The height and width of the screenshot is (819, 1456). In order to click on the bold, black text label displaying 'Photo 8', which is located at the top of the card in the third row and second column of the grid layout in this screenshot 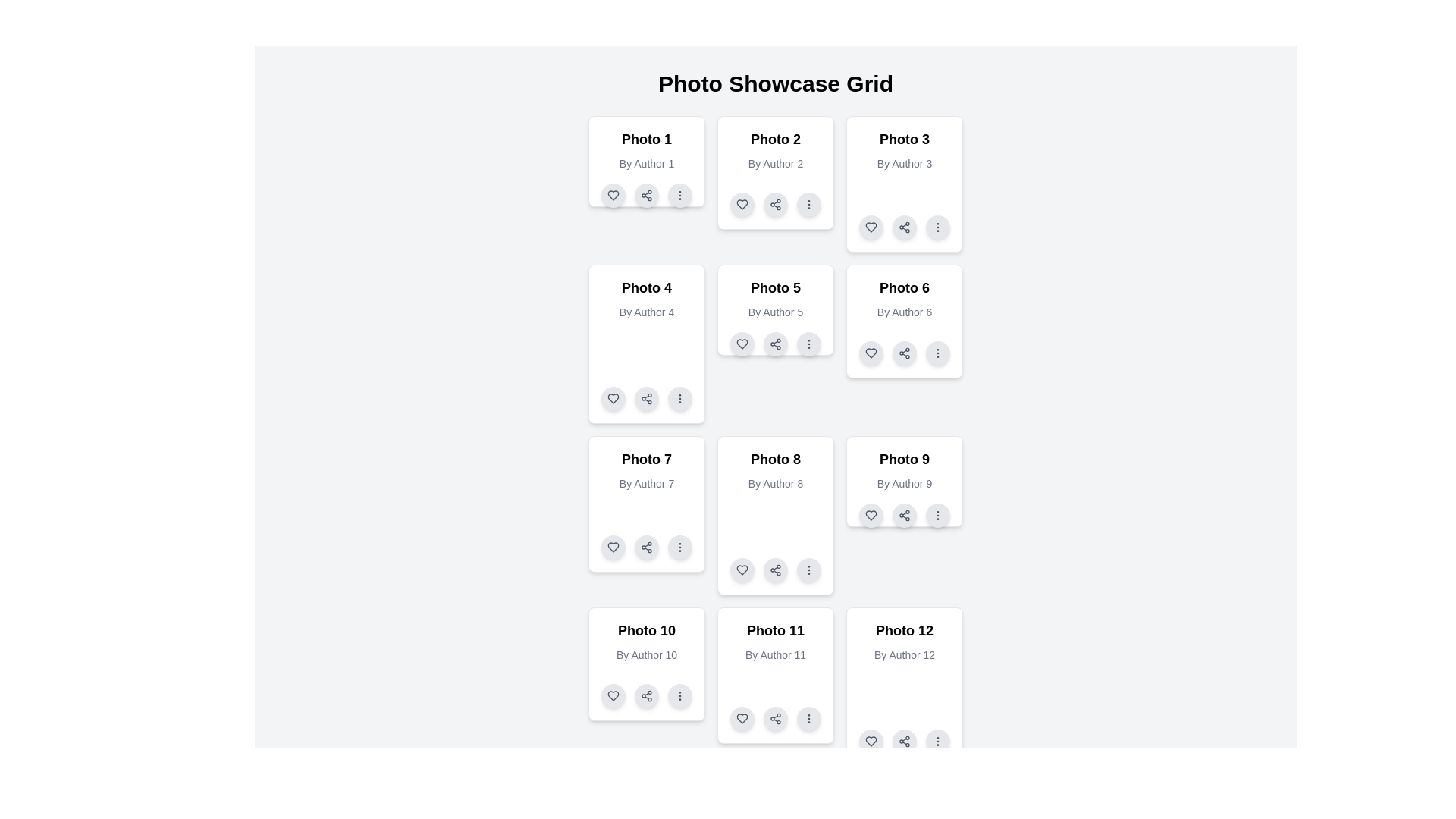, I will do `click(775, 458)`.